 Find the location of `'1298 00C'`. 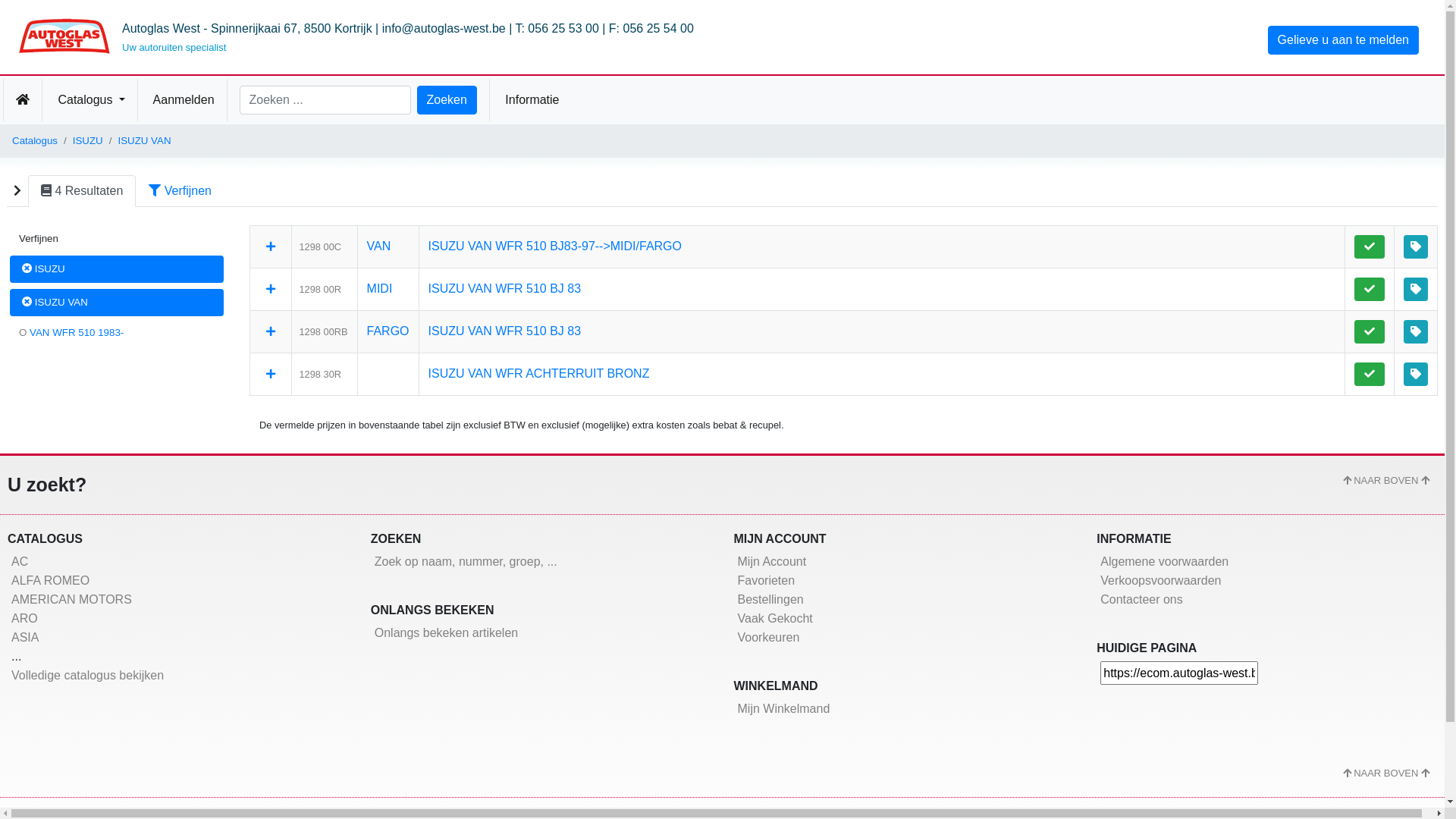

'1298 00C' is located at coordinates (319, 245).